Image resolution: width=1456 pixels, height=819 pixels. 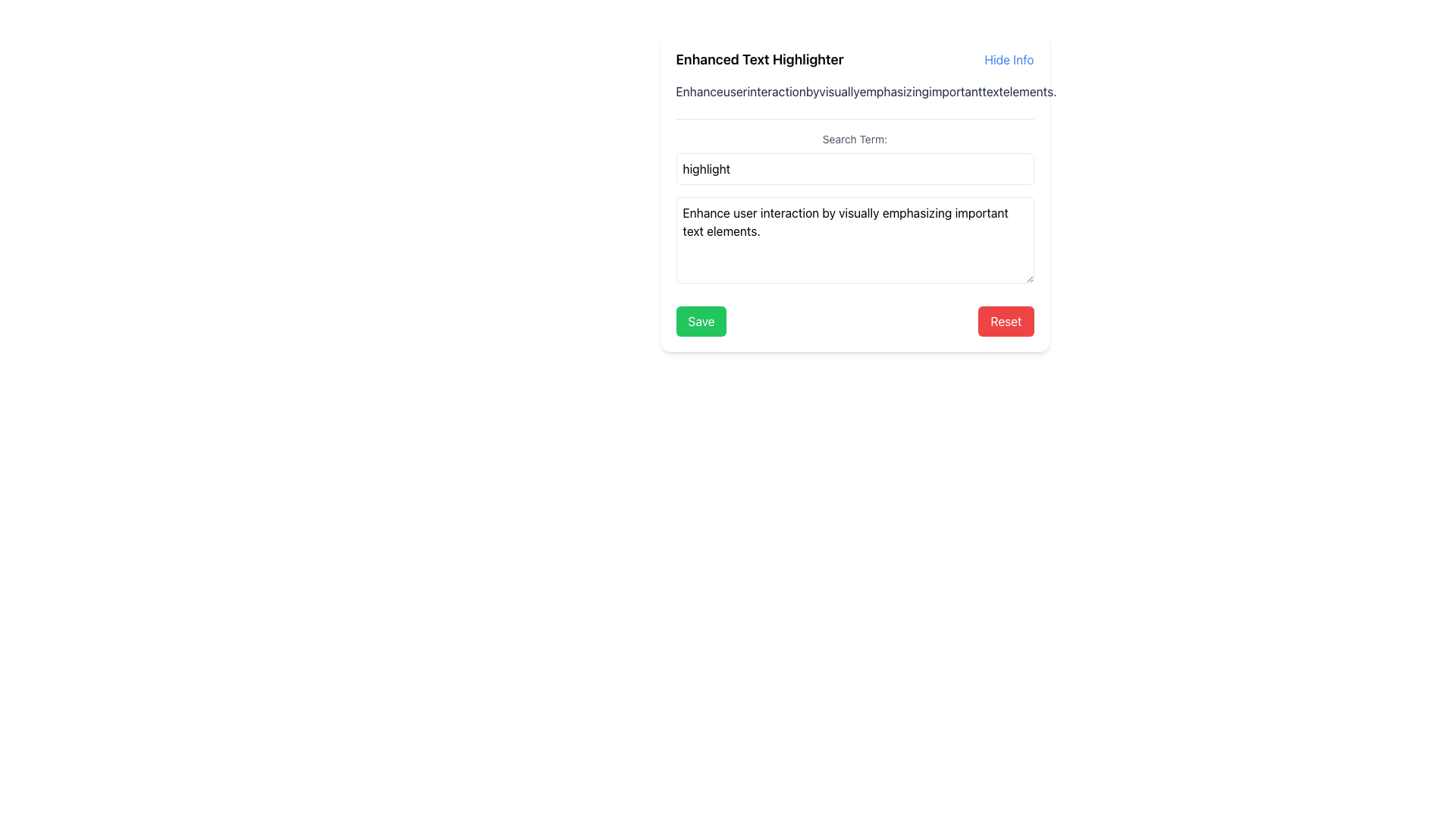 I want to click on emphasized text string 'Enhance' located at the top left region of the interface, so click(x=698, y=91).